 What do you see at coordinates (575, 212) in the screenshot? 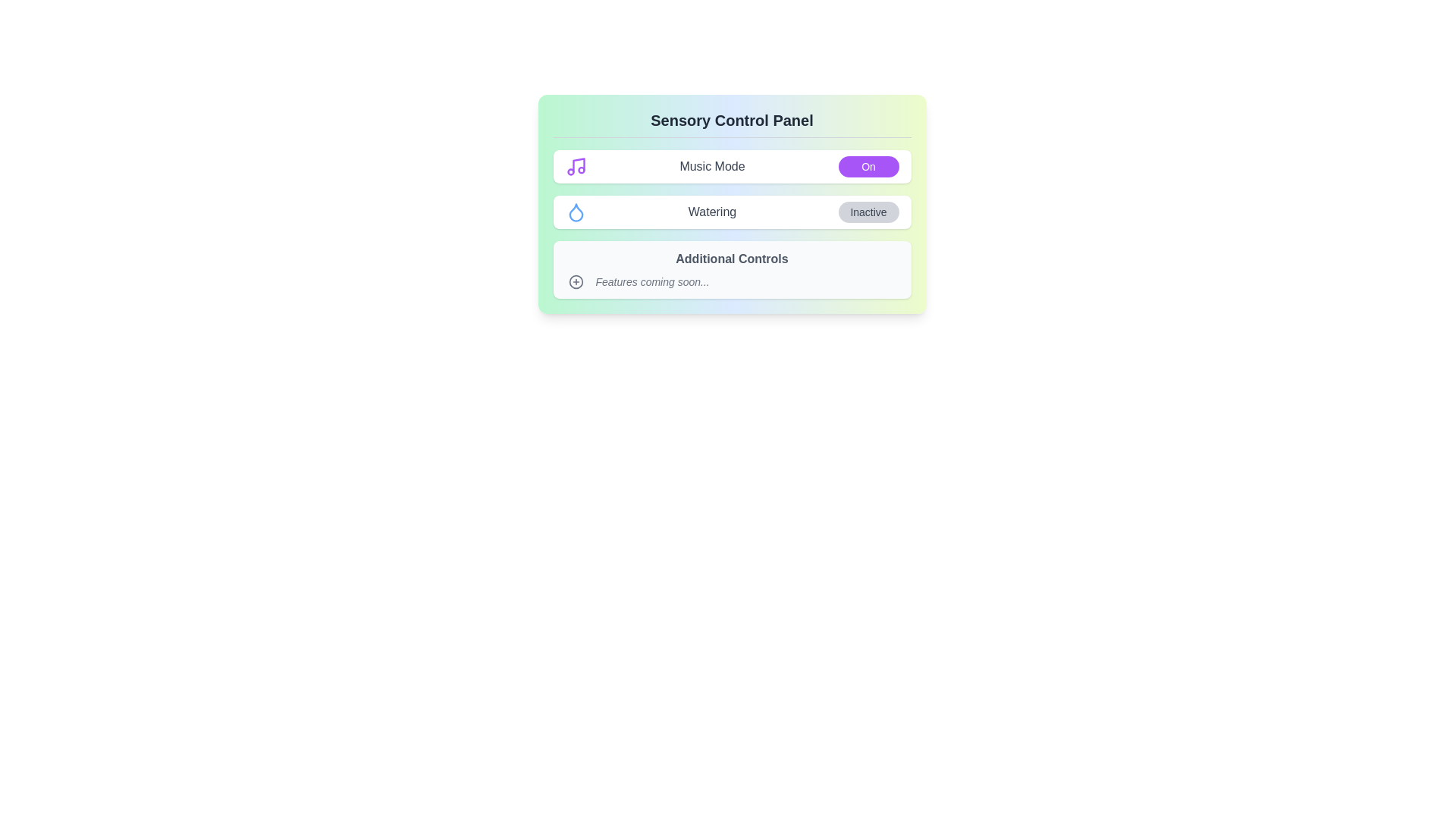
I see `the droplet-shaped blue icon located in the second row of the sensory control panel, positioned to the left of the 'Watering' label` at bounding box center [575, 212].